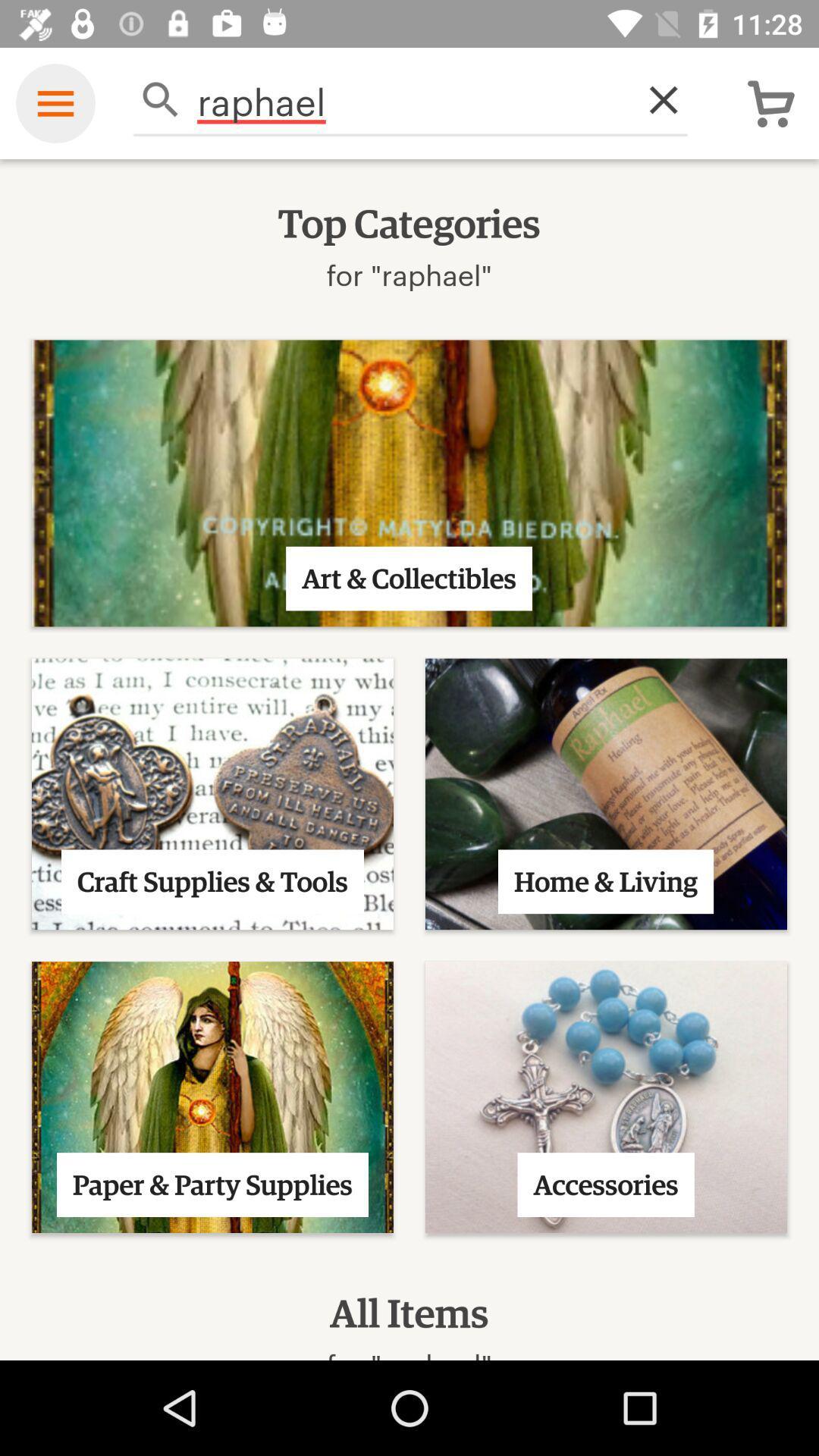 The width and height of the screenshot is (819, 1456). Describe the element at coordinates (654, 99) in the screenshot. I see `the item to the right of raphael icon` at that location.